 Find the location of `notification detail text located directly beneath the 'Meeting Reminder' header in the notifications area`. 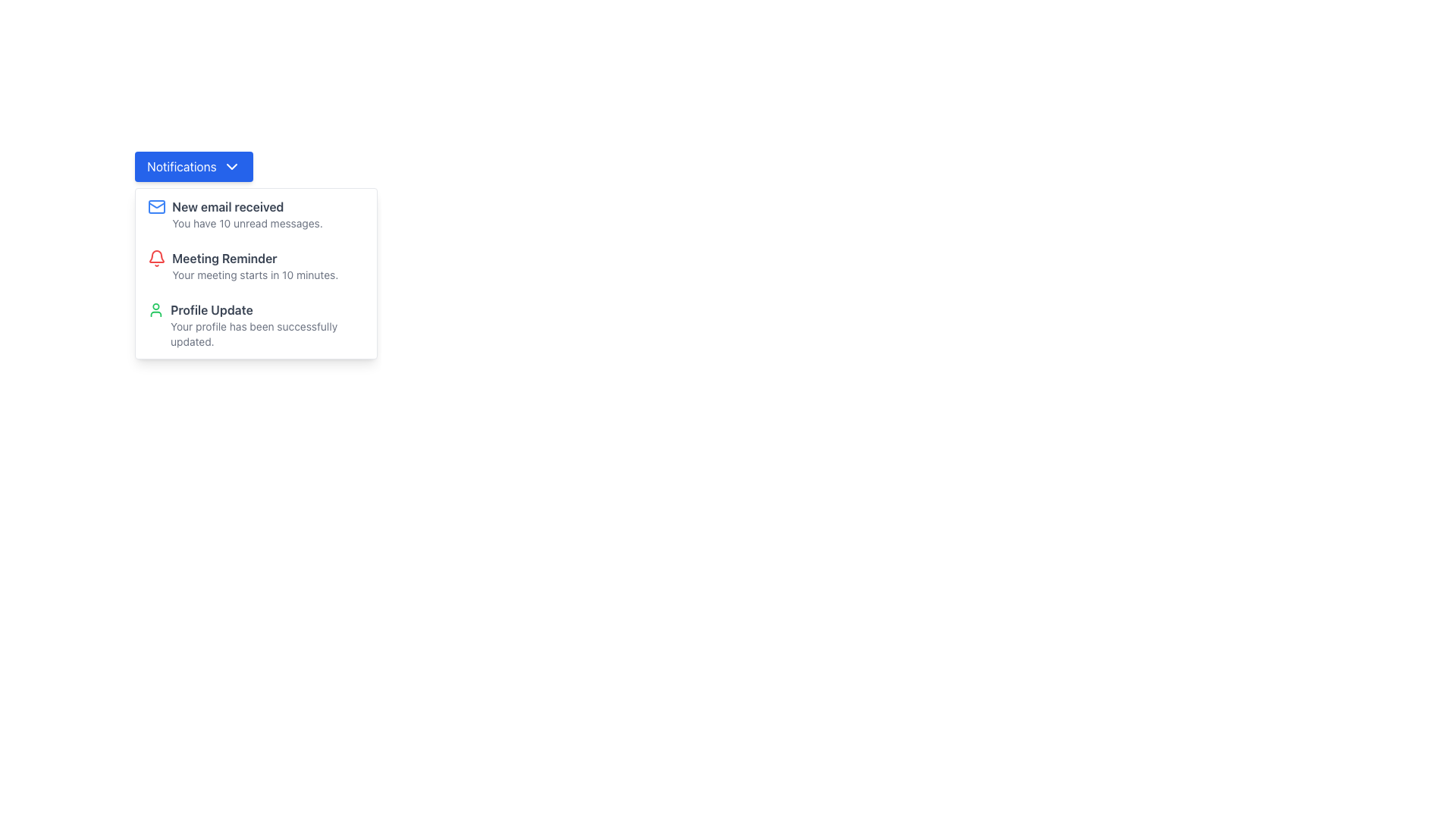

notification detail text located directly beneath the 'Meeting Reminder' header in the notifications area is located at coordinates (255, 275).